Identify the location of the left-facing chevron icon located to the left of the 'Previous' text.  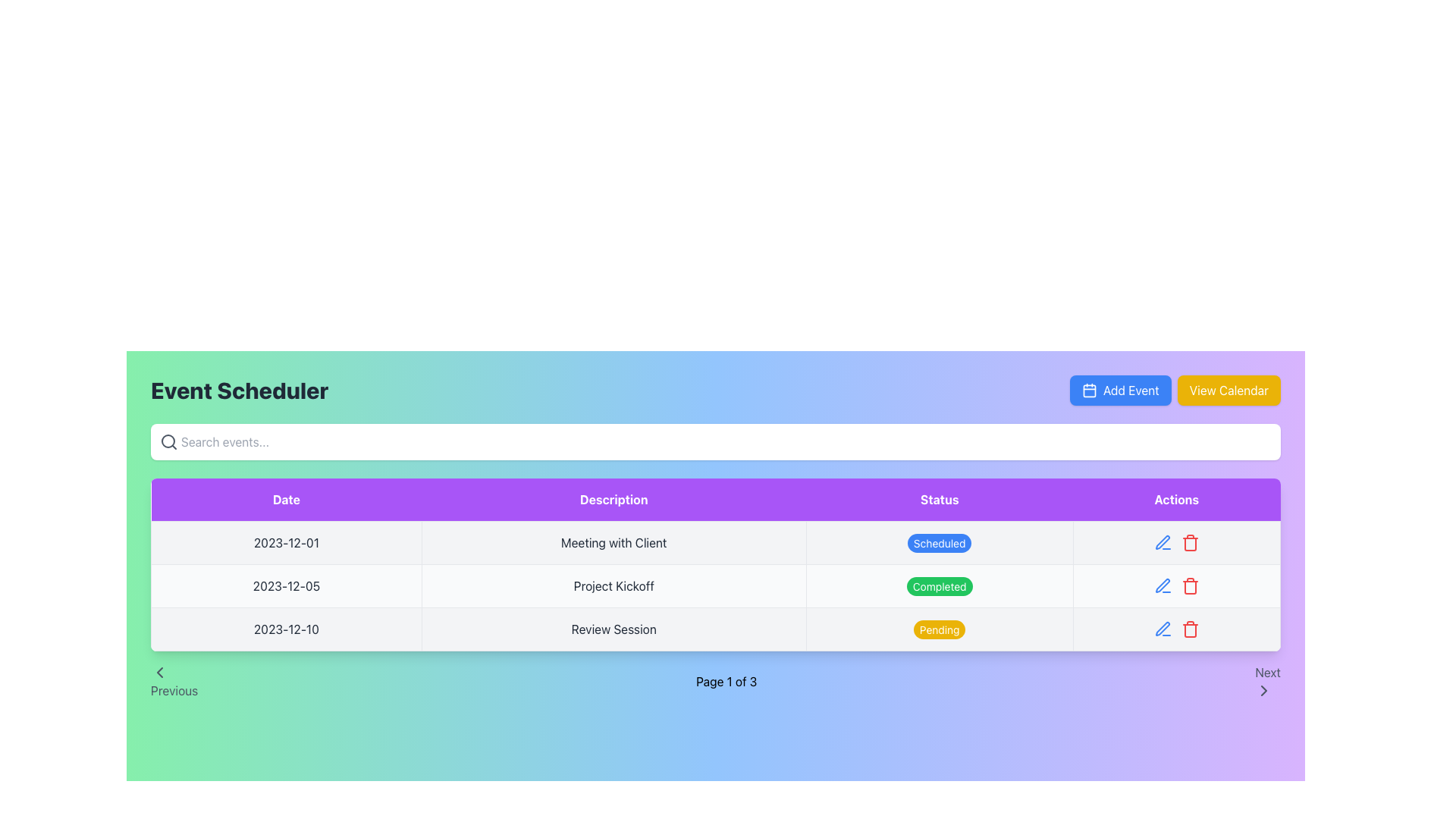
(160, 672).